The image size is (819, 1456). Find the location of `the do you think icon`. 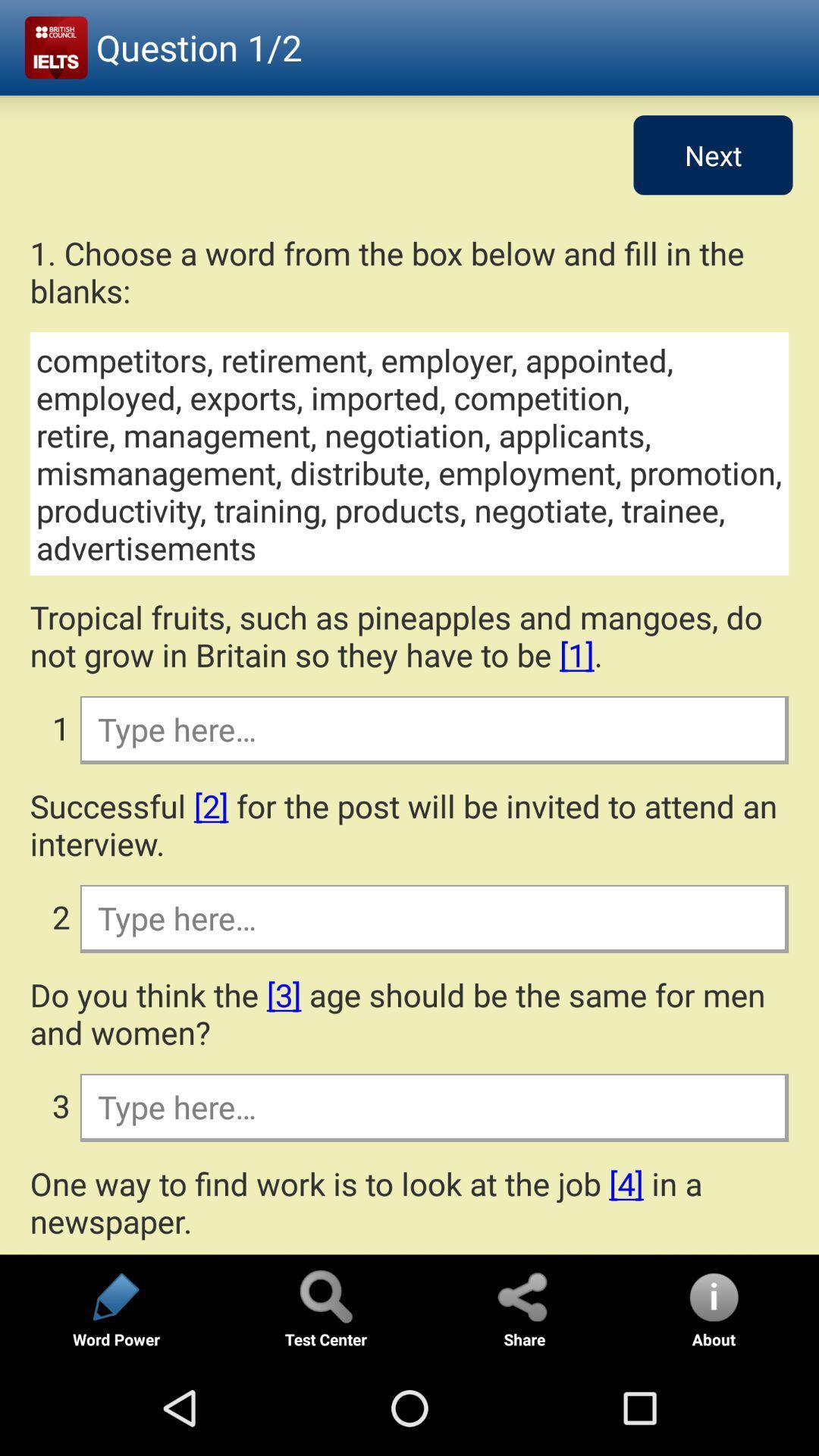

the do you think icon is located at coordinates (409, 1013).